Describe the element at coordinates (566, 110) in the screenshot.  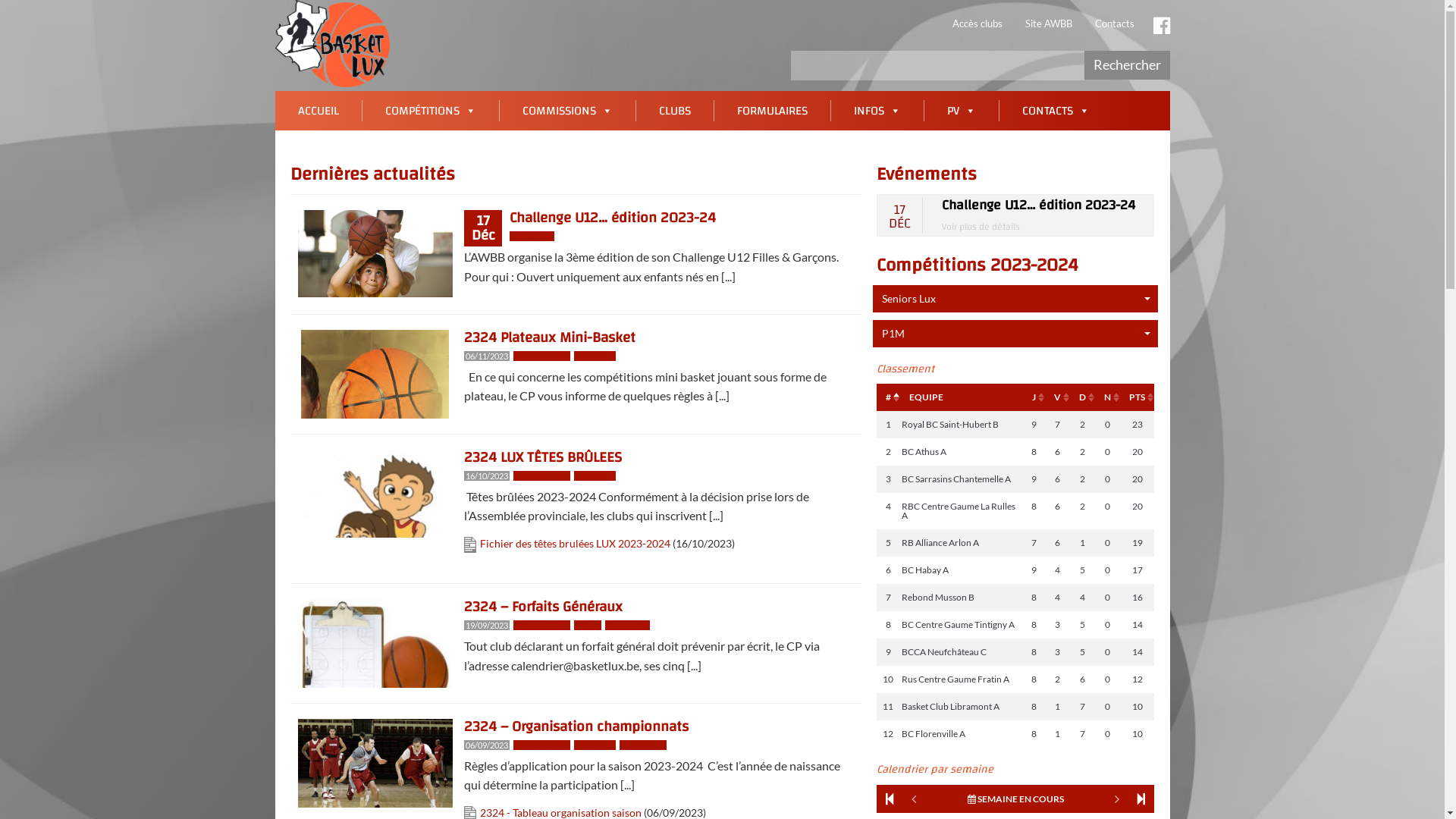
I see `'COMMISSIONS'` at that location.